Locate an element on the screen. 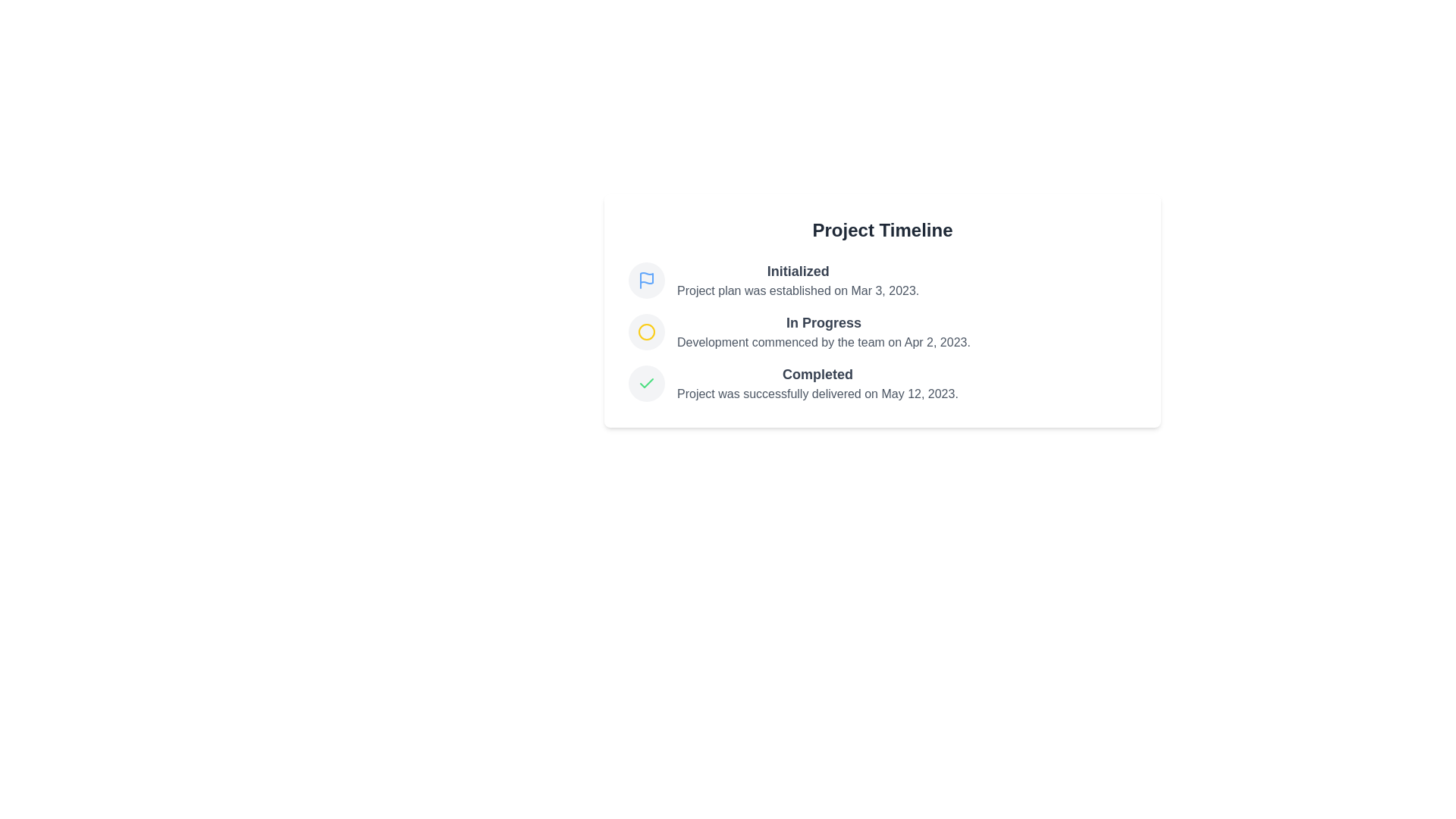 The width and height of the screenshot is (1456, 819). the second item in the vertical timeline list that represents the progress state 'In Progress' is located at coordinates (882, 331).